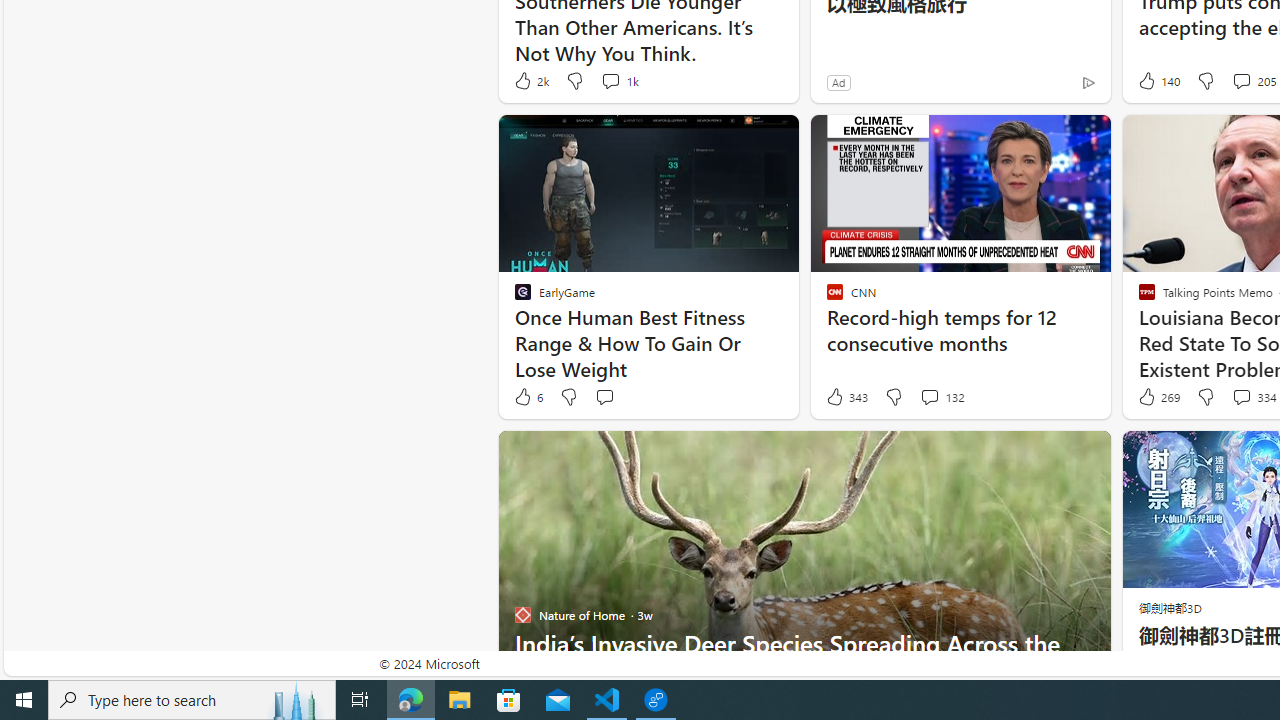  What do you see at coordinates (928, 397) in the screenshot?
I see `'View comments 132 Comment'` at bounding box center [928, 397].